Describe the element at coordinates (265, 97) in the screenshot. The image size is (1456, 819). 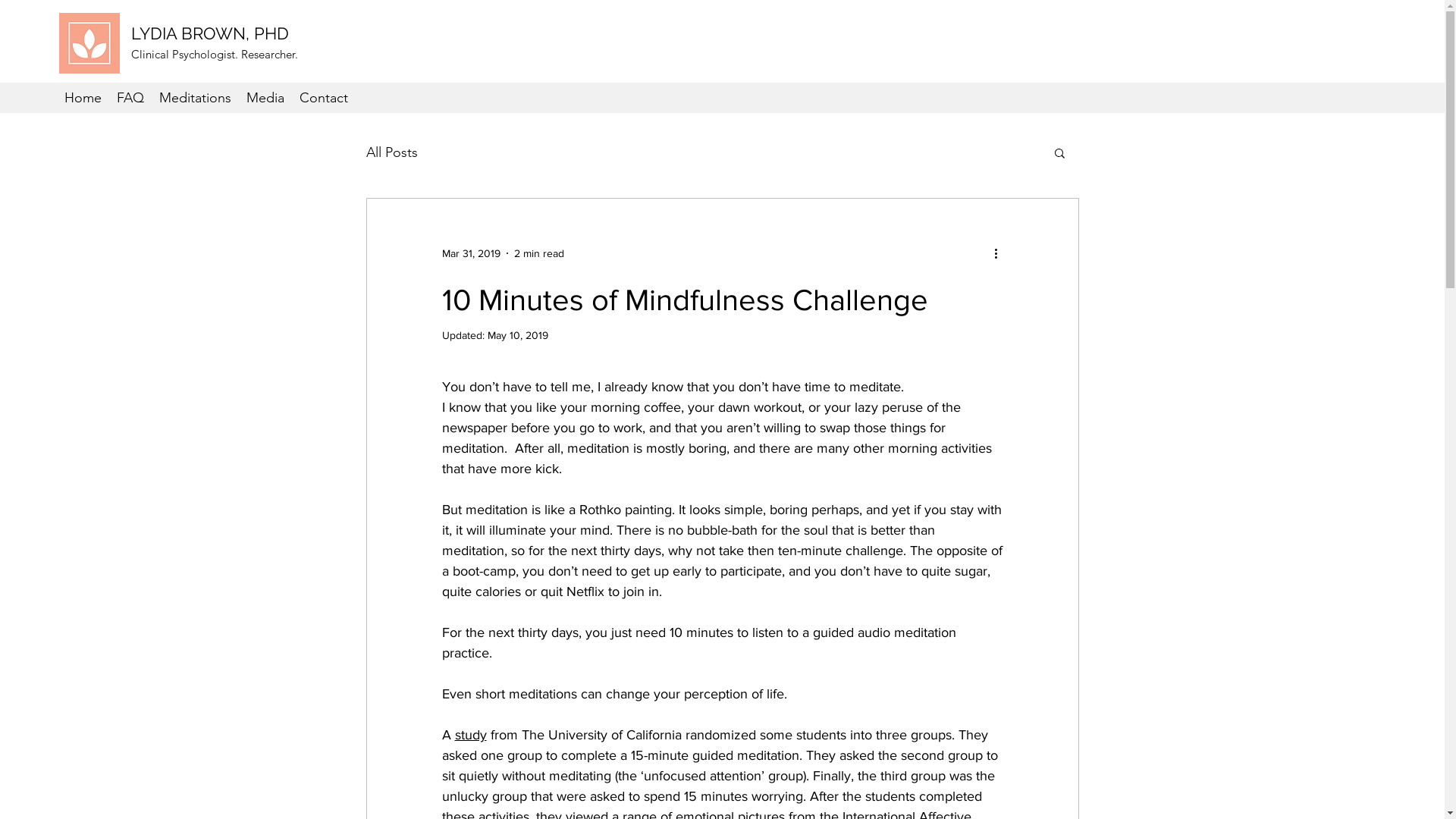
I see `'Media'` at that location.